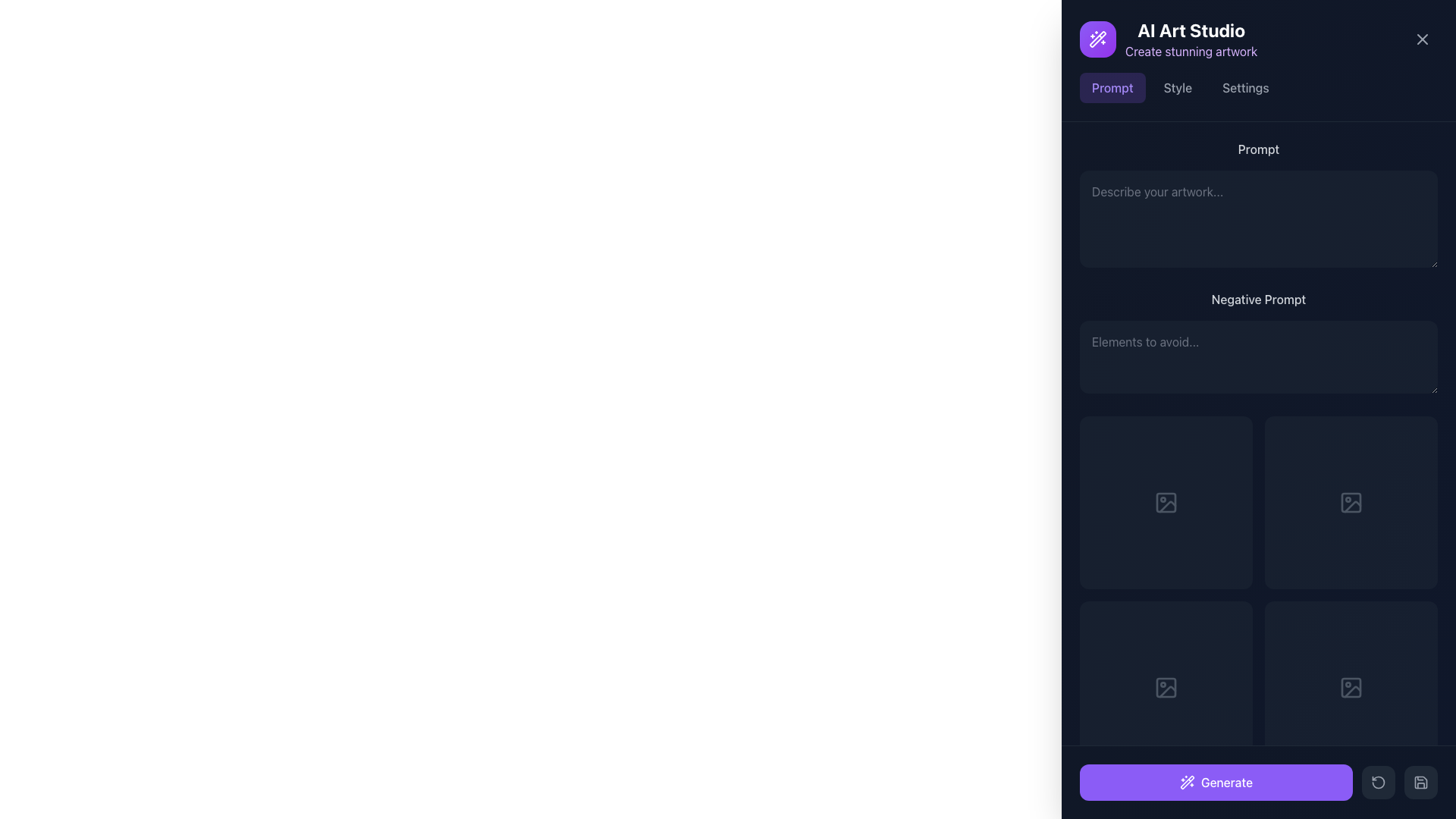  I want to click on the static text element displaying 'Create stunning artwork', which is styled in light purple and located beneath the title 'AI Art Studio' in the right sidebar, so click(1191, 51).